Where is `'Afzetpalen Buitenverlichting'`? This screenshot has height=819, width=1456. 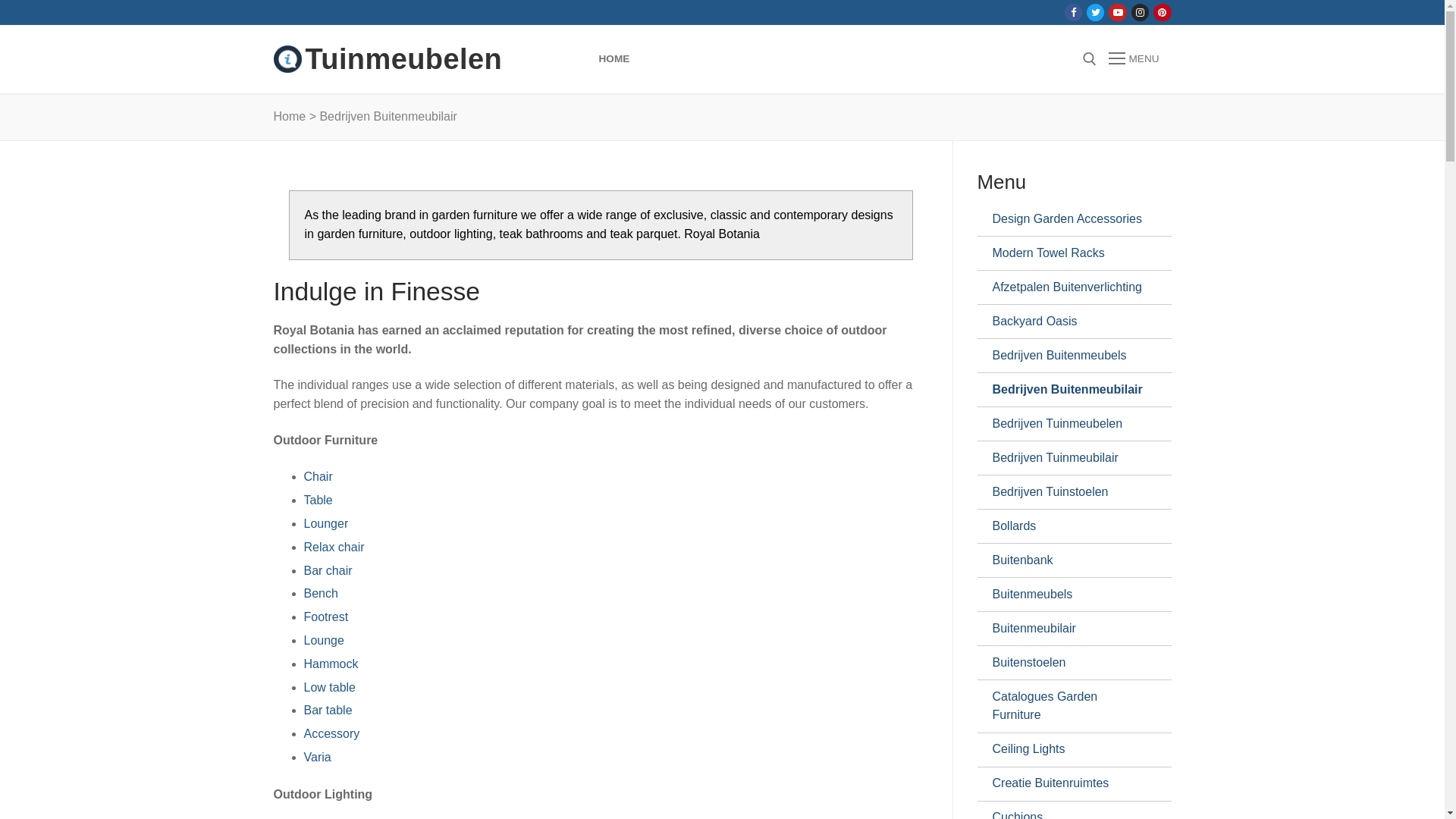
'Afzetpalen Buitenverlichting' is located at coordinates (1066, 287).